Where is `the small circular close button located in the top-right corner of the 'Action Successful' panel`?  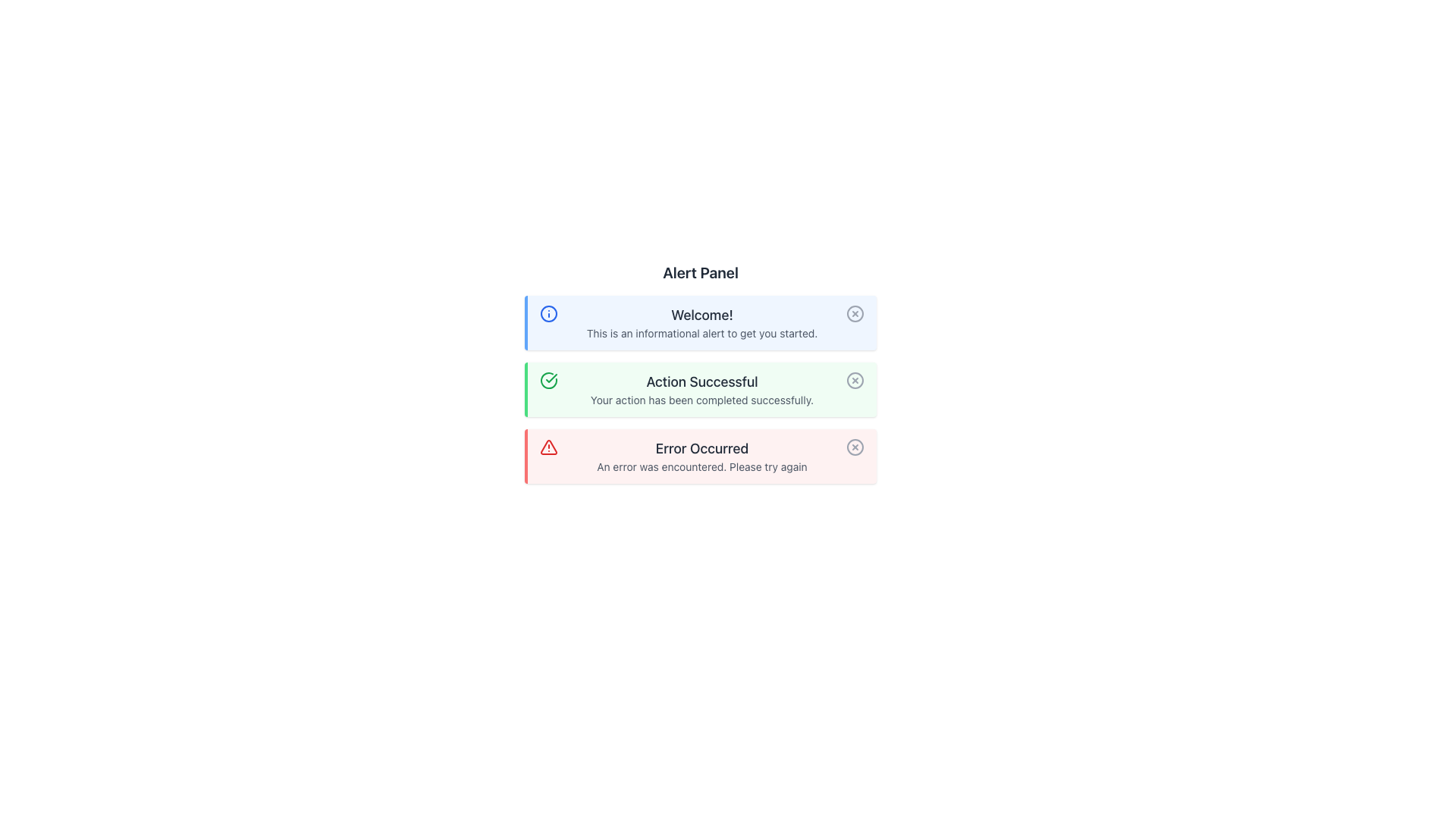 the small circular close button located in the top-right corner of the 'Action Successful' panel is located at coordinates (855, 379).